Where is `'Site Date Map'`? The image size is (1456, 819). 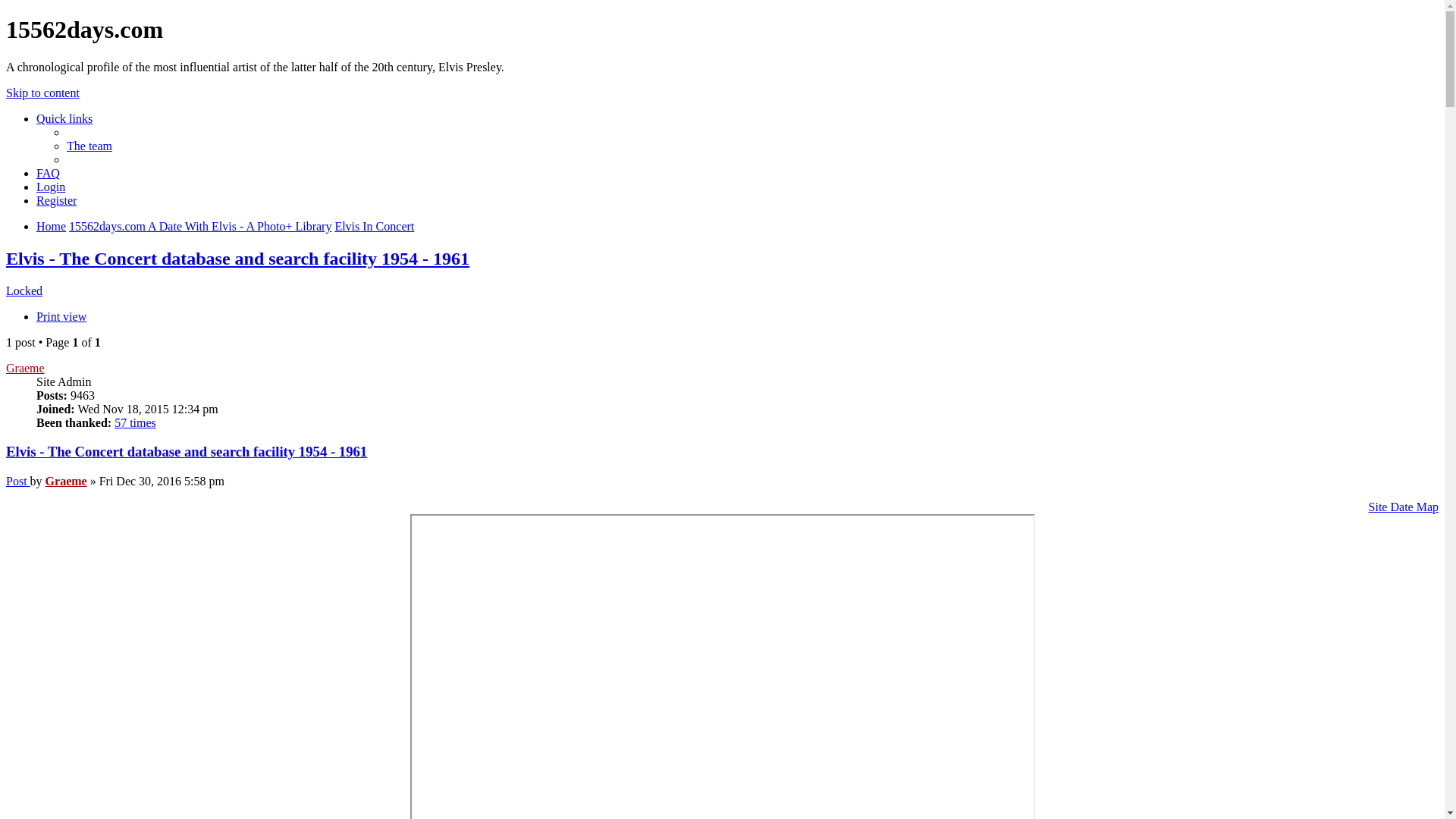
'Site Date Map' is located at coordinates (1368, 507).